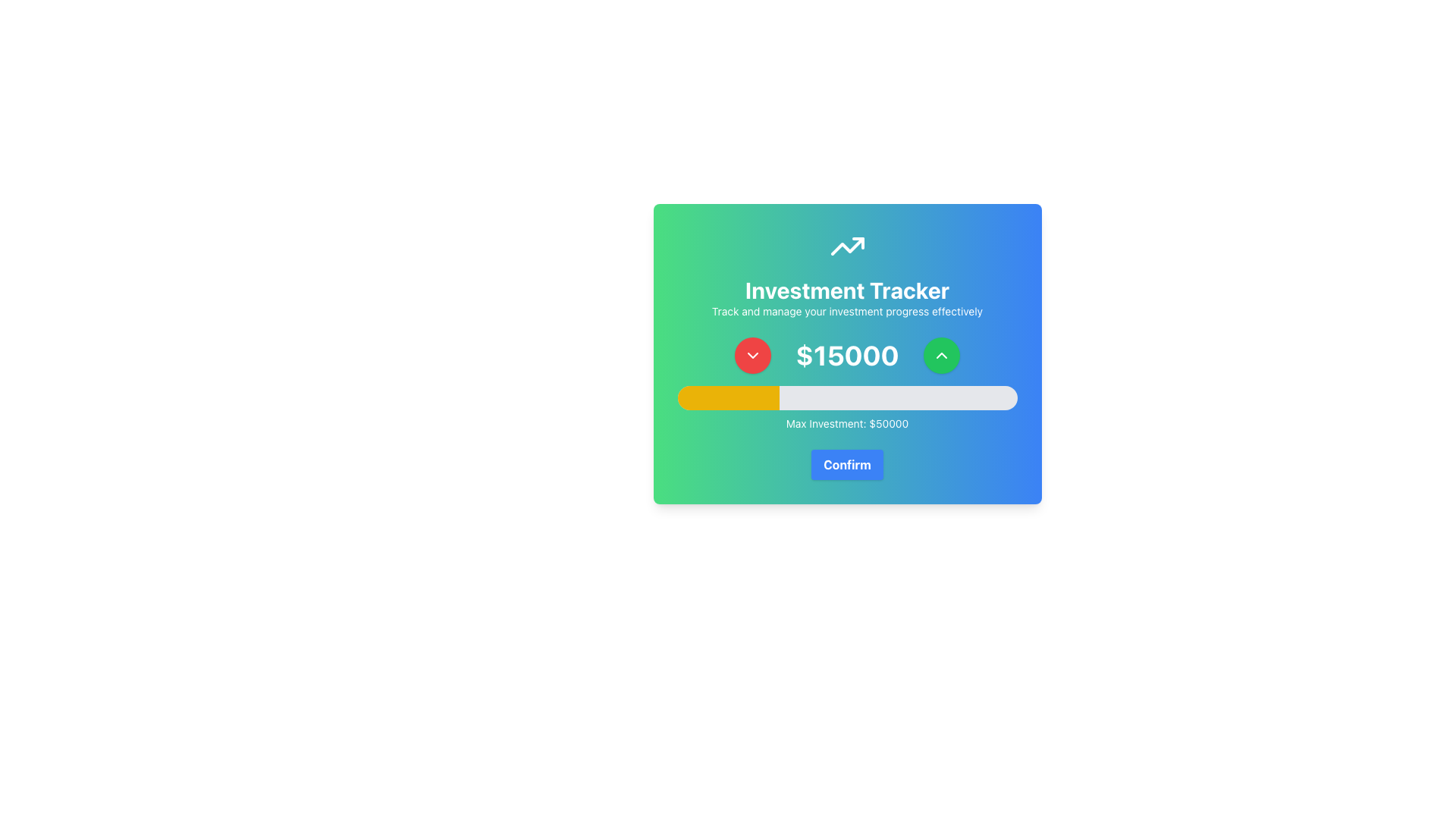 Image resolution: width=1456 pixels, height=819 pixels. Describe the element at coordinates (846, 383) in the screenshot. I see `the progress bar in the 'Investment Tracker' card that visually represents the investment progress, located below the current investment amount '$15000' and above the 'Confirm' button` at that location.